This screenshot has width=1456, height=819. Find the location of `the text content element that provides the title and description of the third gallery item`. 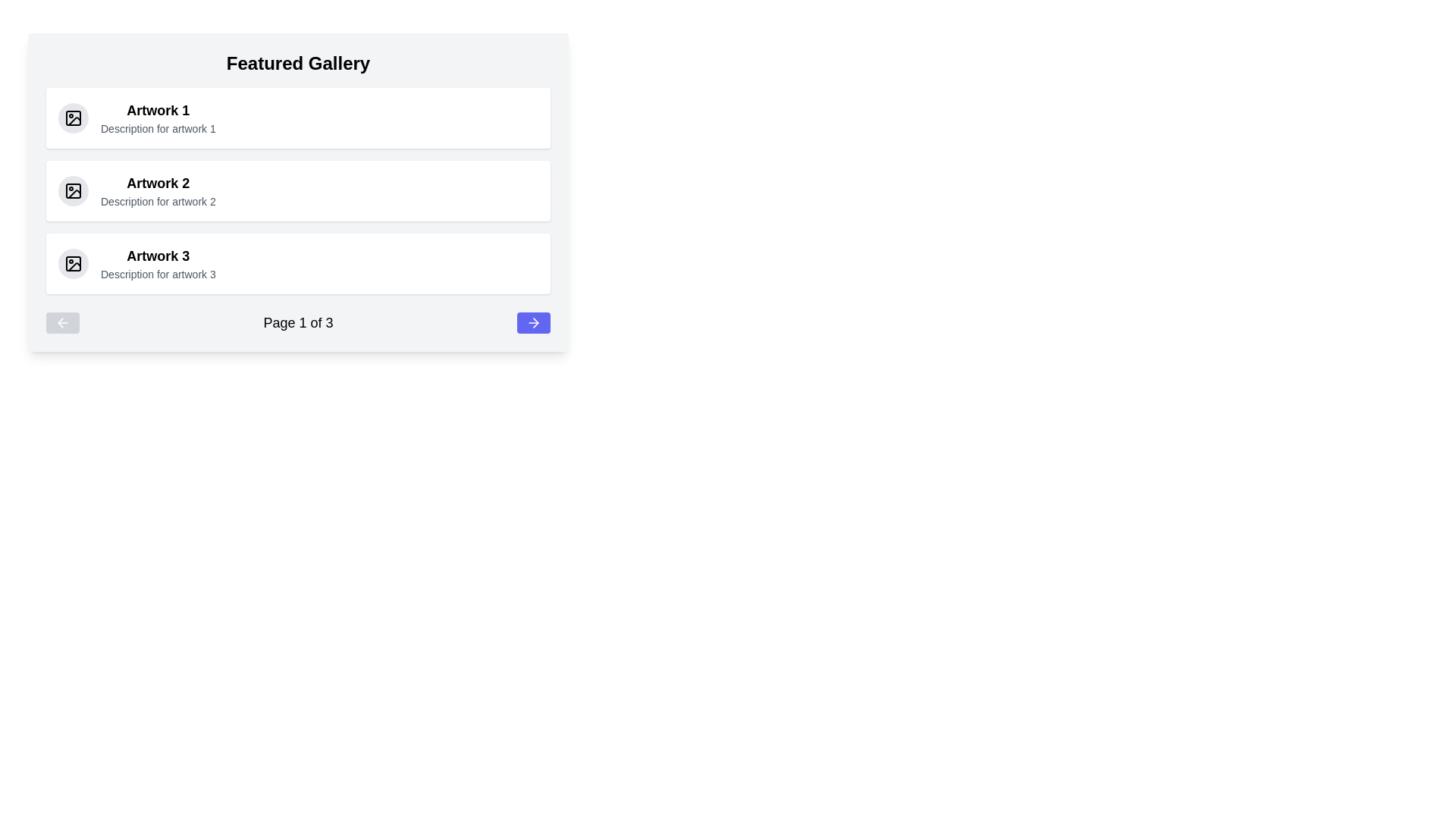

the text content element that provides the title and description of the third gallery item is located at coordinates (158, 262).